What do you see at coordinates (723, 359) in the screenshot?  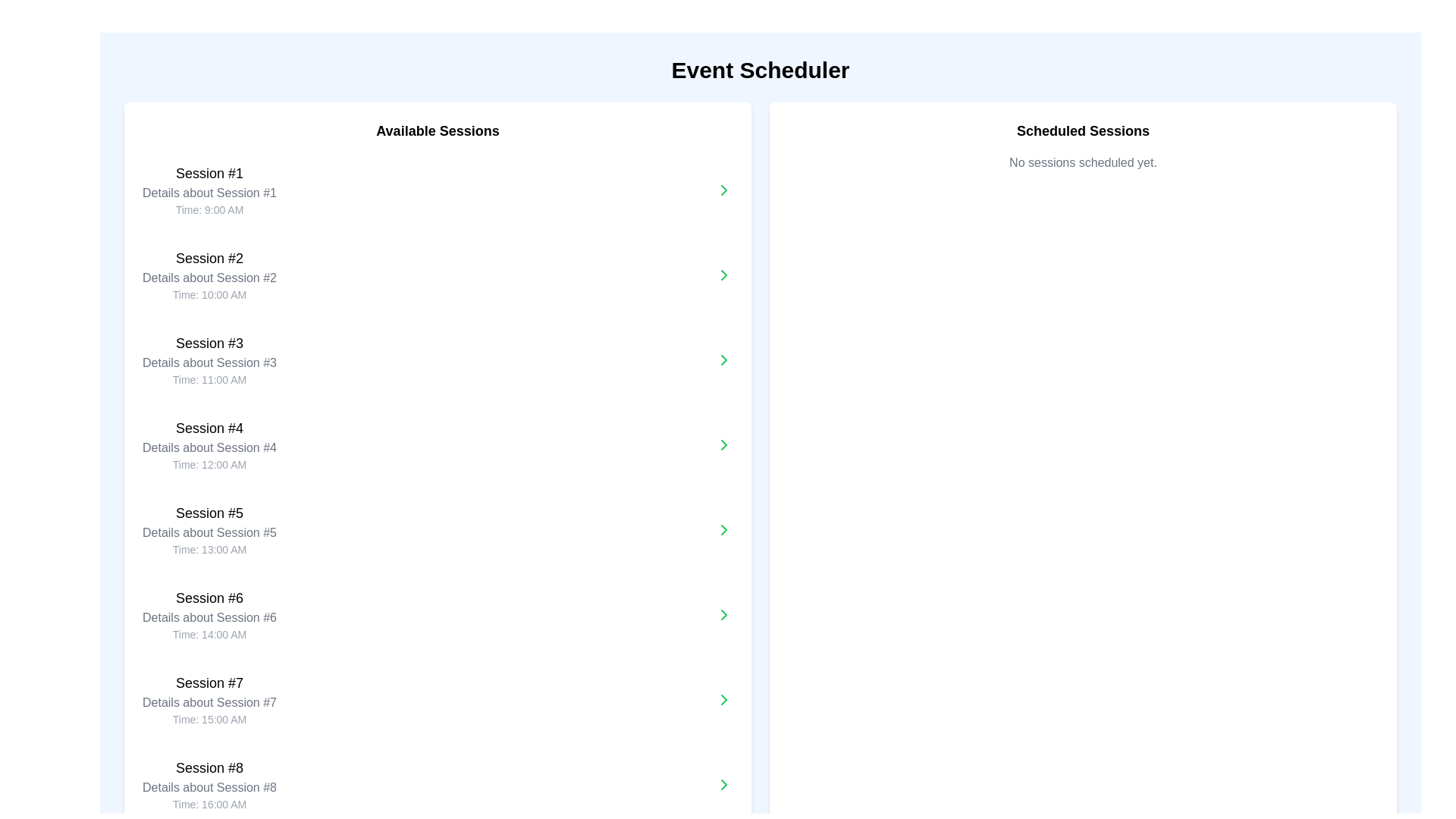 I see `the sixth Chevron indicator, styled as an SVG graphic, located to the right of 'Session #5' in the 'Available Sessions' section` at bounding box center [723, 359].